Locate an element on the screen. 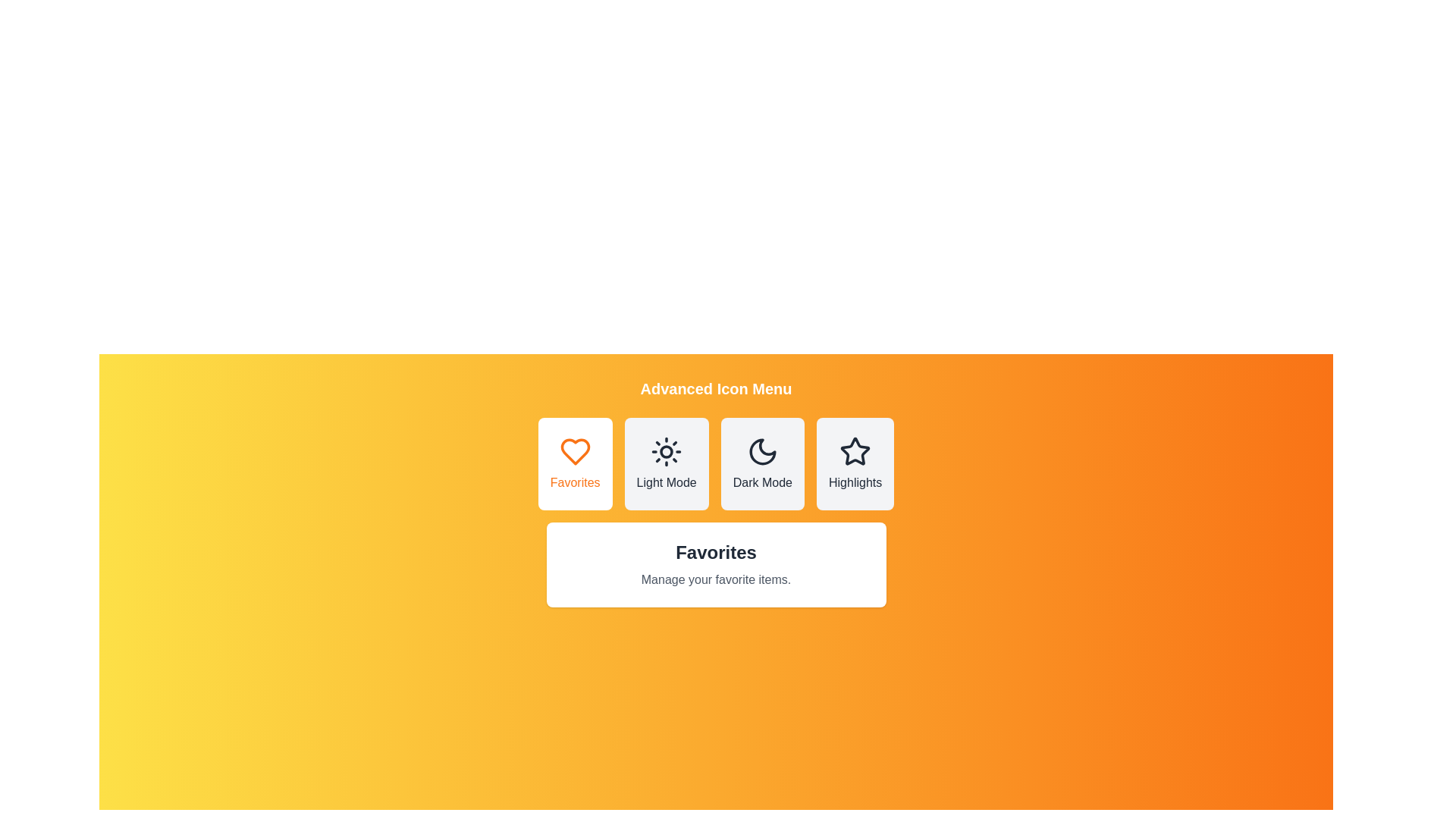  the bold headline text label displaying 'Favorites', which is prominently positioned above the descriptive text 'Manage your favorite items.' is located at coordinates (715, 553).